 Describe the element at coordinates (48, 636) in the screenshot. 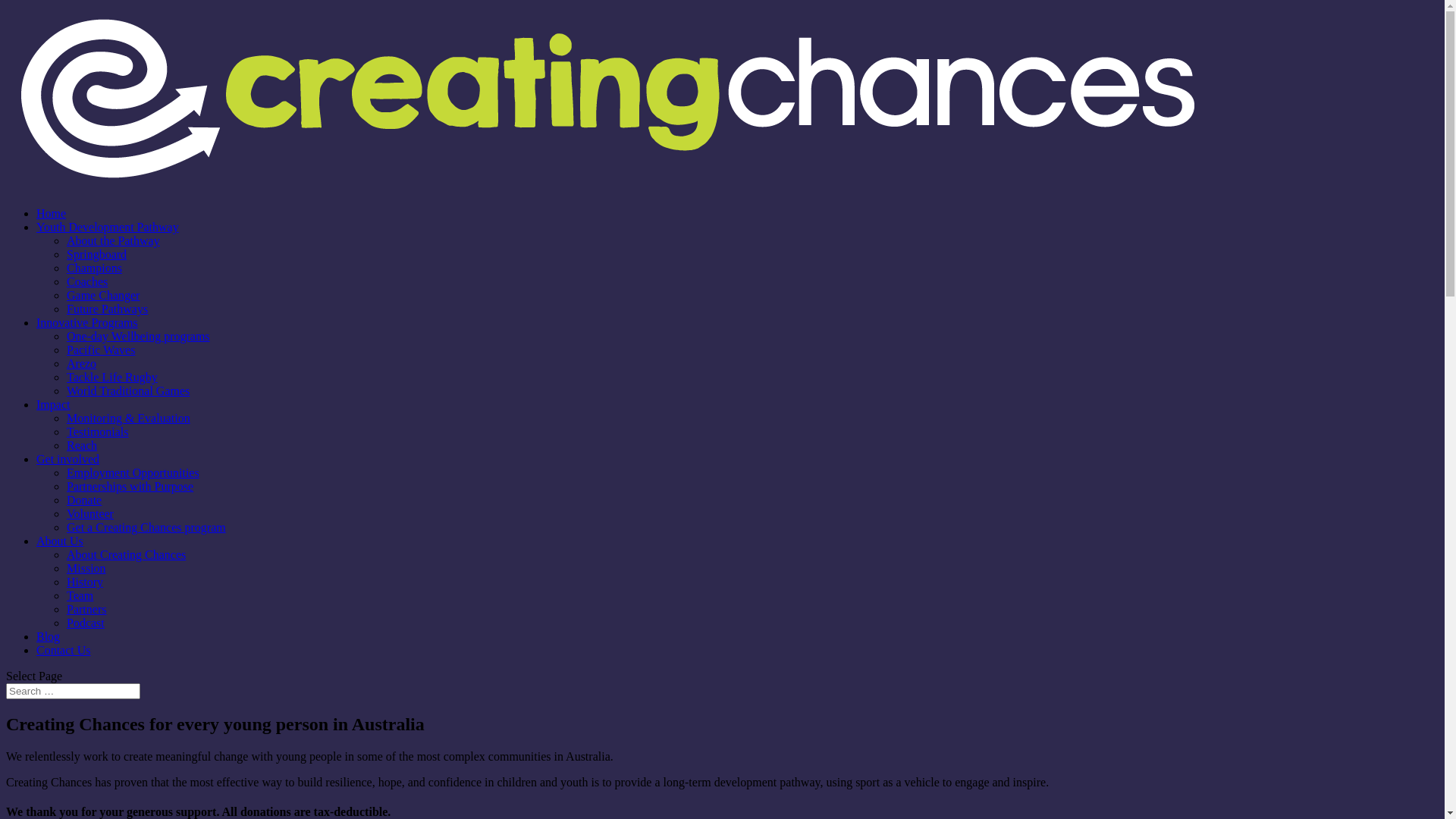

I see `'Blog'` at that location.